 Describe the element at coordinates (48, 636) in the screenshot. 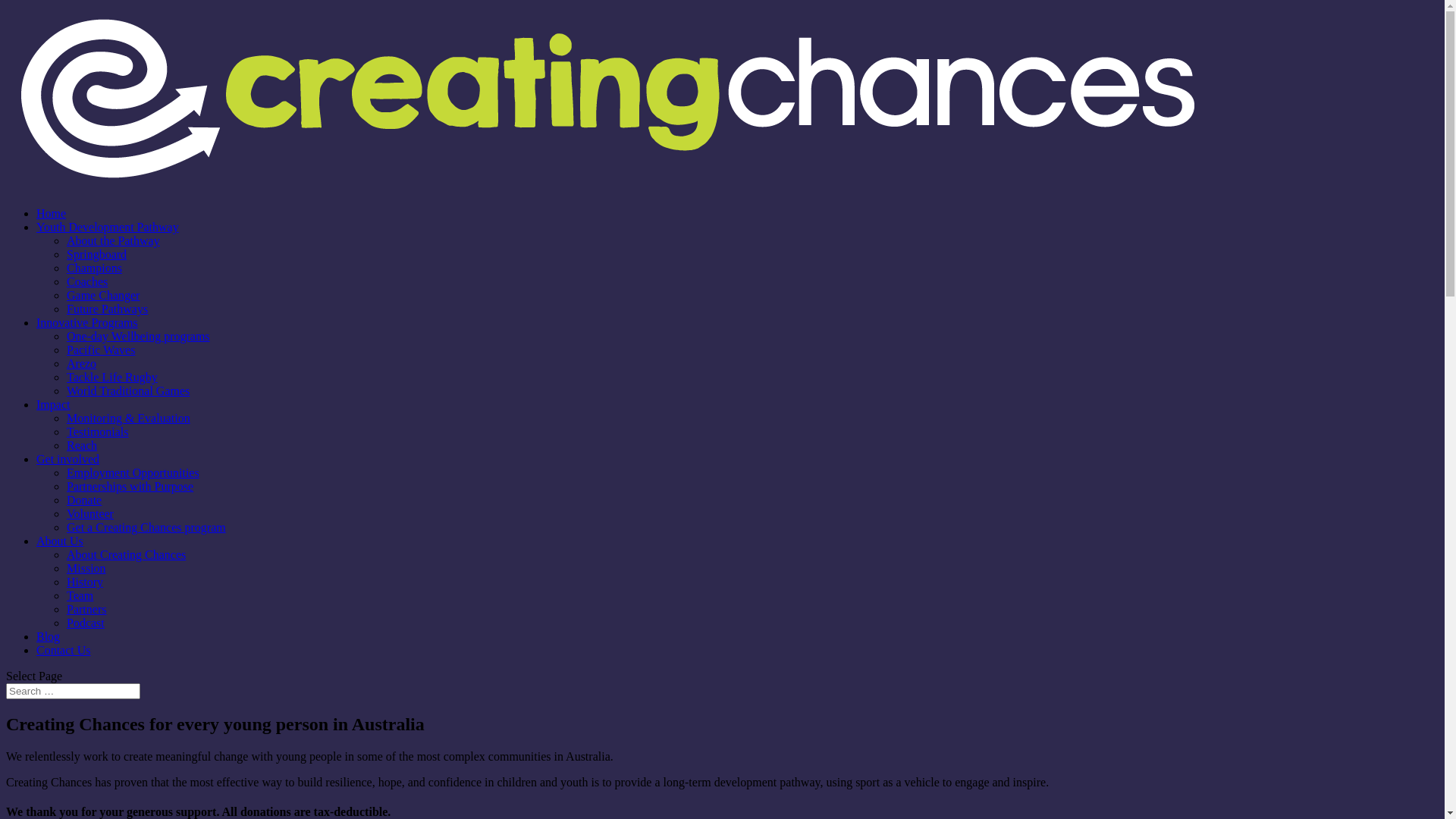

I see `'Blog'` at that location.